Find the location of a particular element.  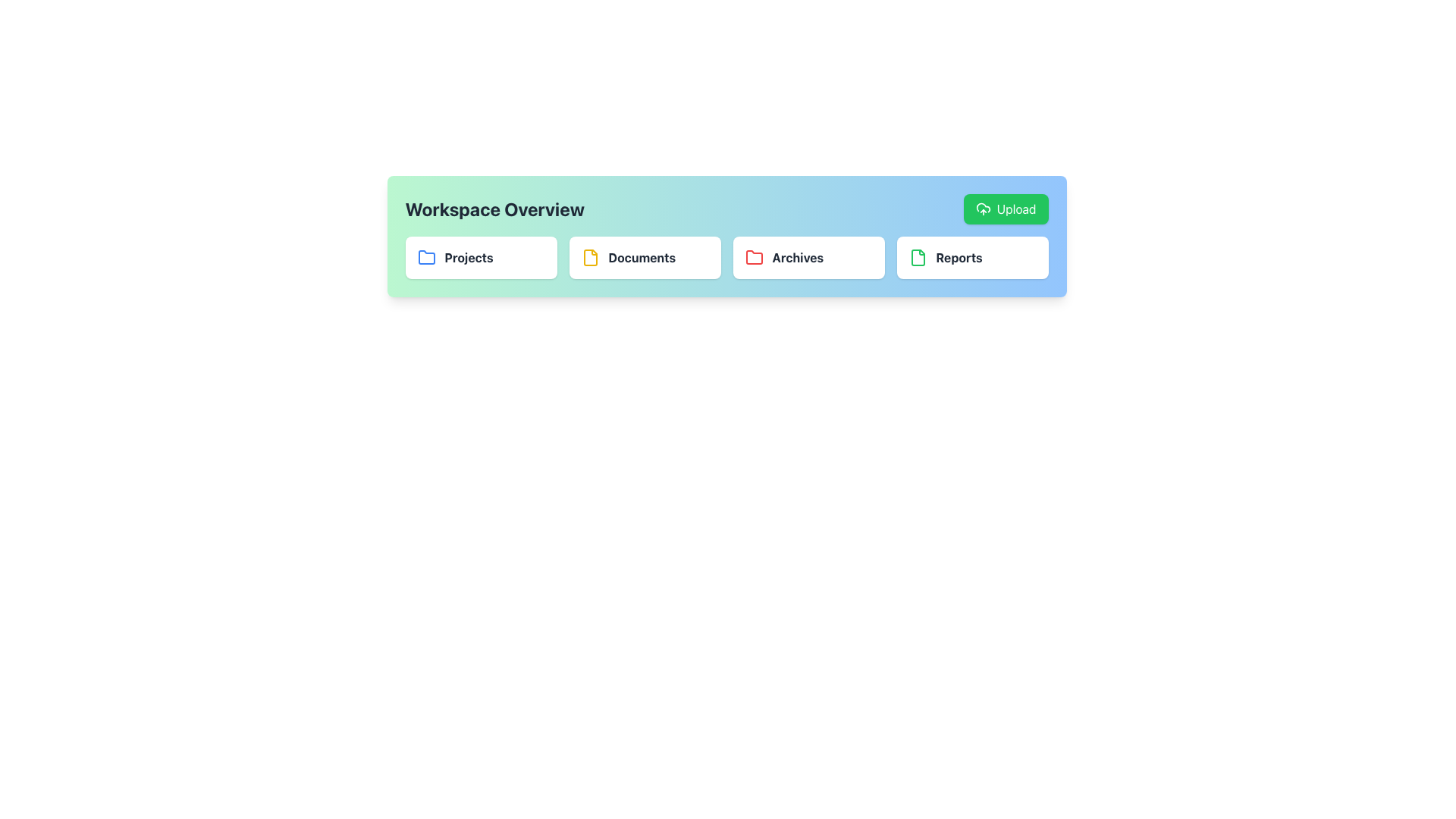

the 'Documents' icon in the Workspace Overview navigation bar, which visually represents the category of documents is located at coordinates (589, 256).